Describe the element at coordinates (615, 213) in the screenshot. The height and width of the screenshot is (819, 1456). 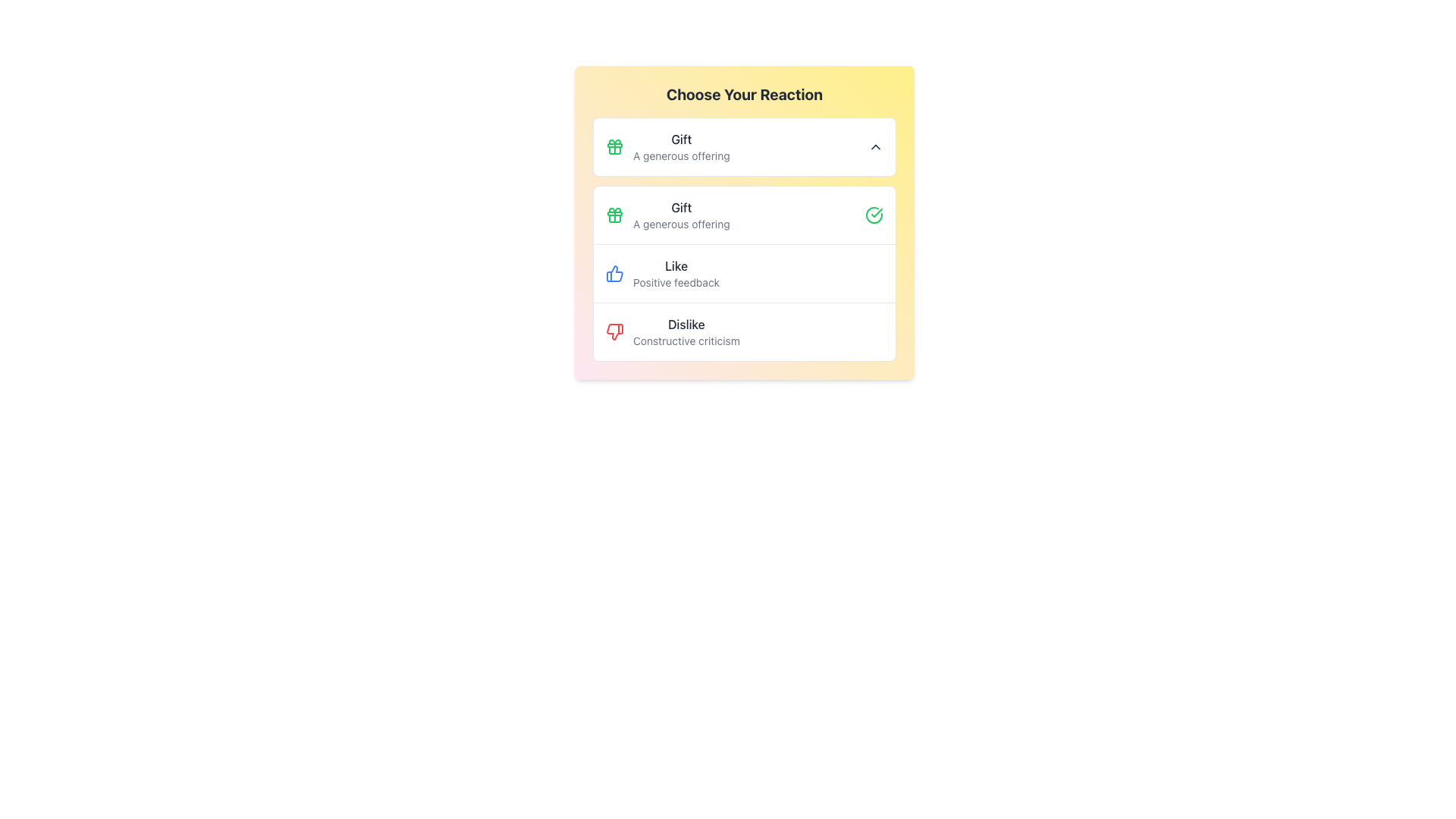
I see `the horizontal green rectangle with rounded corners that forms the base of the 'Gift' icon in the second listed reaction option` at that location.